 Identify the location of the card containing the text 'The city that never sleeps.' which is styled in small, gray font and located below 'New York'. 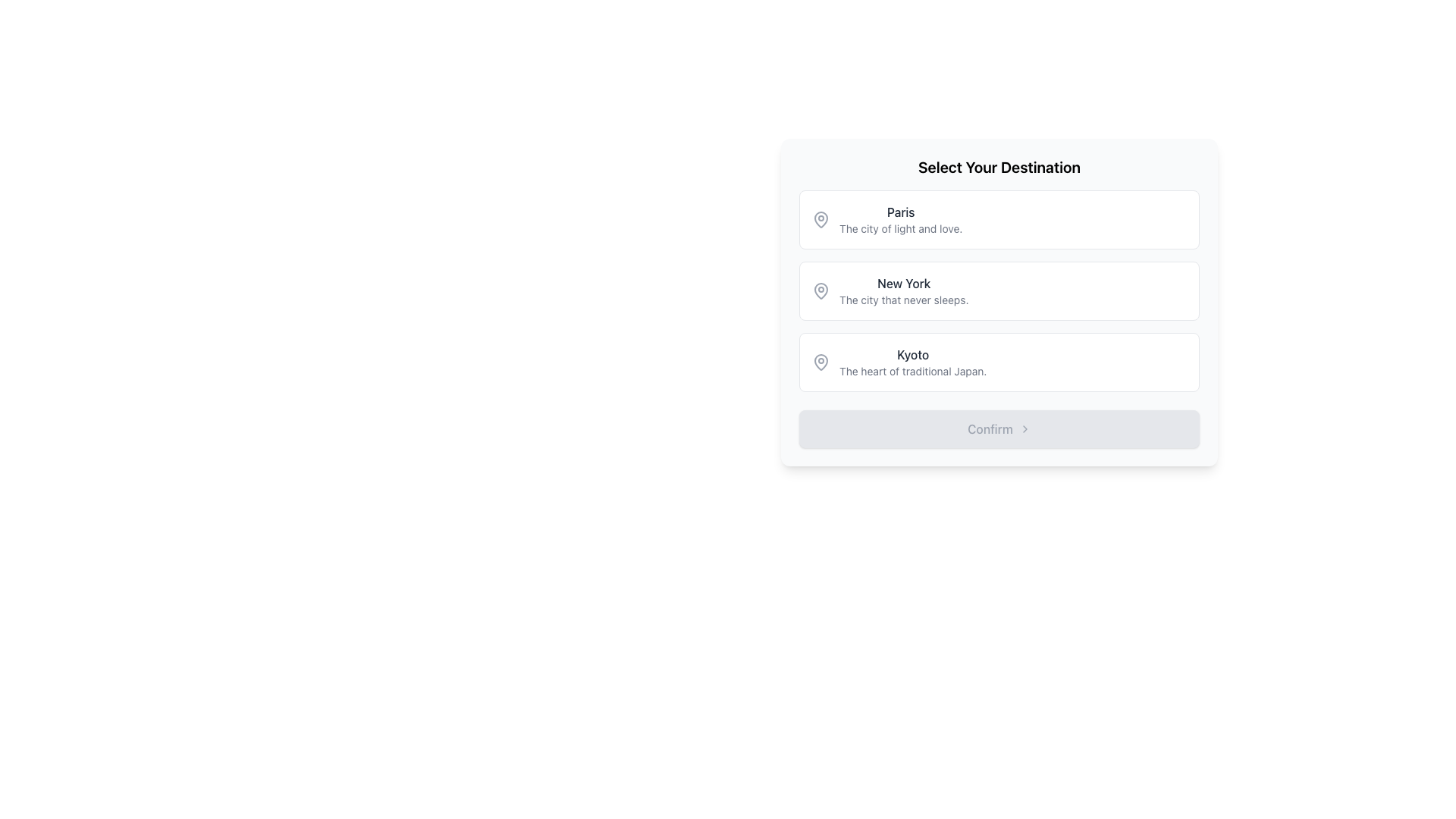
(904, 300).